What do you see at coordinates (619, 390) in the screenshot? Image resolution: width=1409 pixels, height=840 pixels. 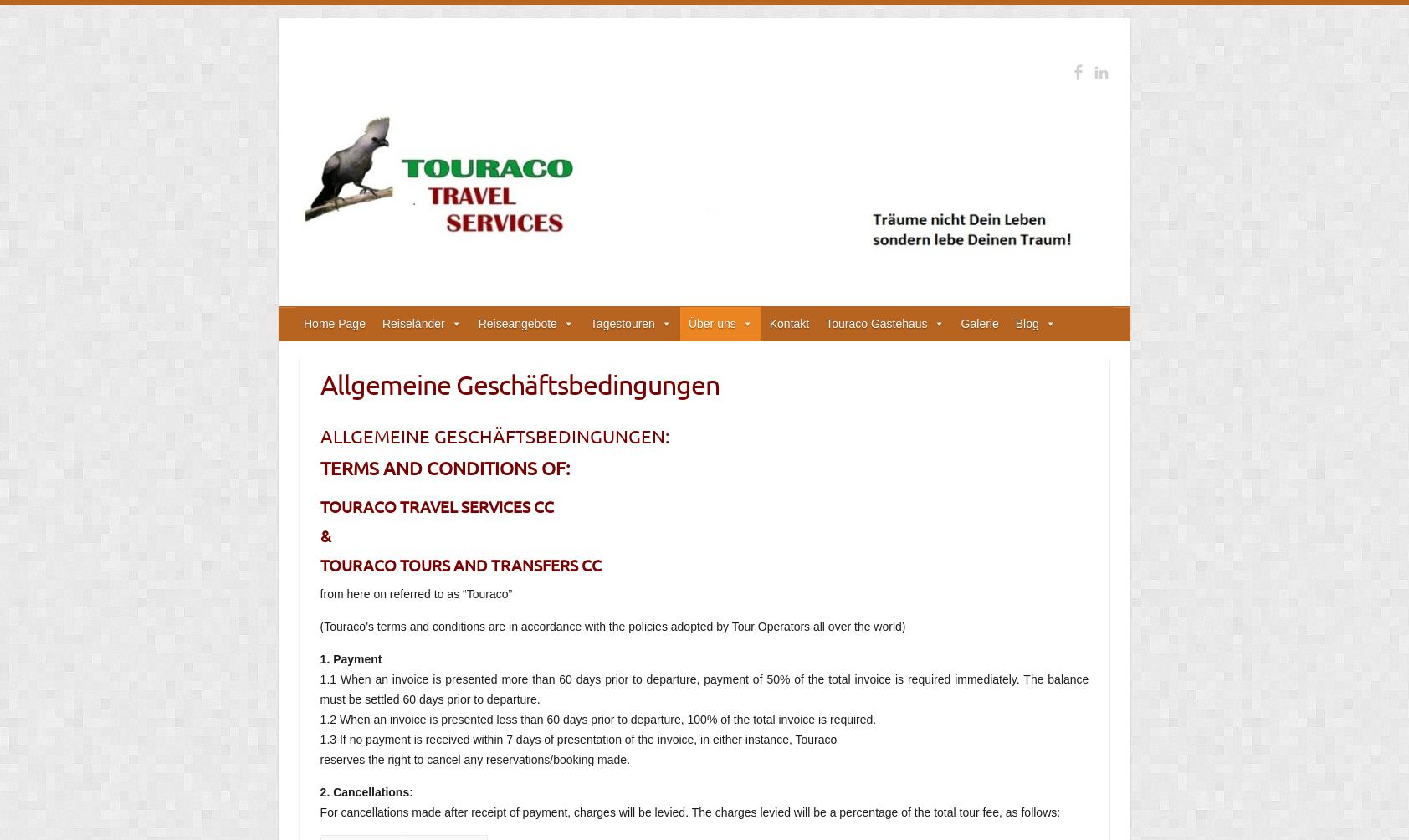 I see `'Alle Safaris'` at bounding box center [619, 390].